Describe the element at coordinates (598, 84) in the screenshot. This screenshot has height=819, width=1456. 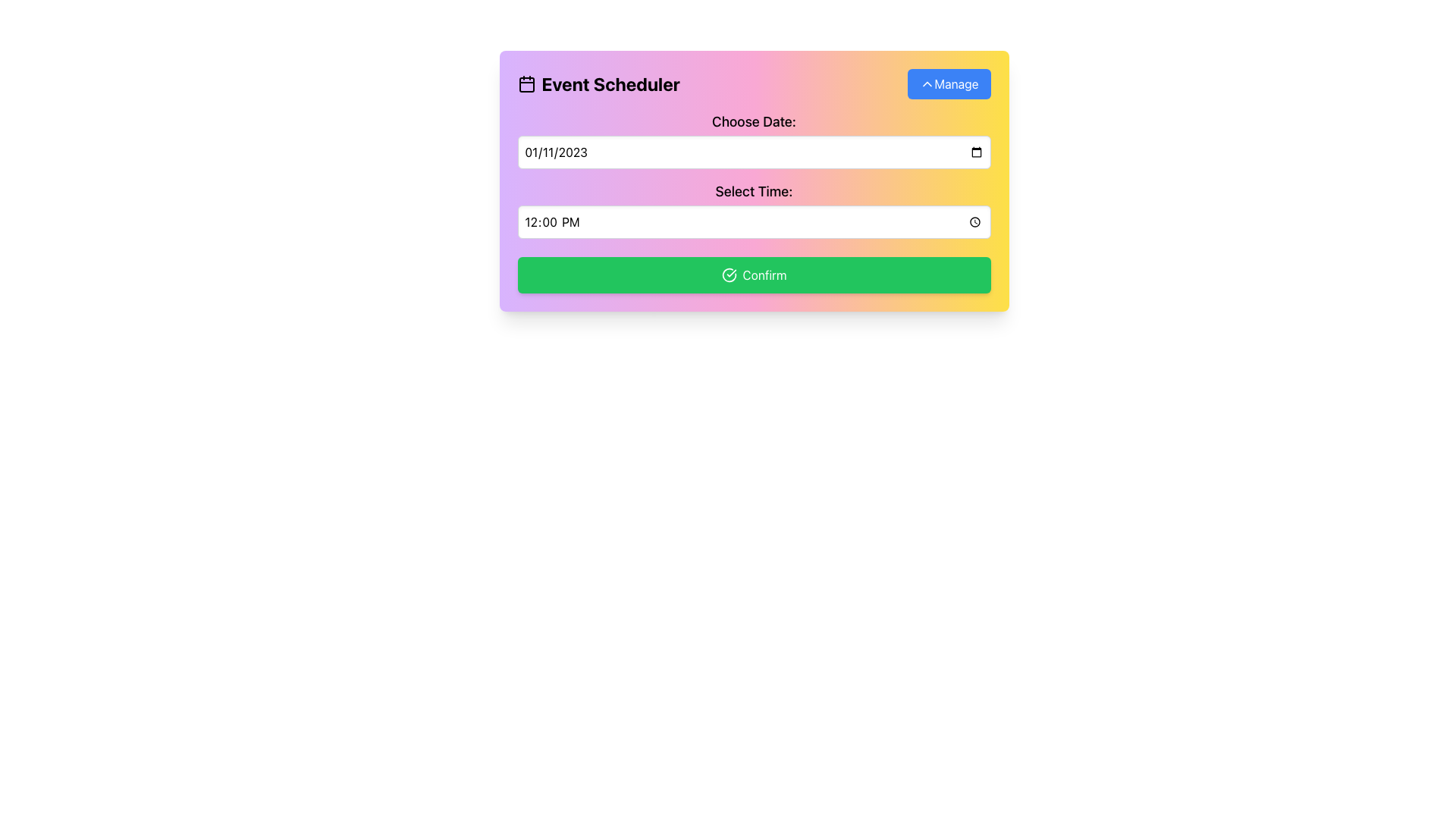
I see `the 'Event Scheduler' text which is styled in bold, large font and located in the header section of the card layout` at that location.